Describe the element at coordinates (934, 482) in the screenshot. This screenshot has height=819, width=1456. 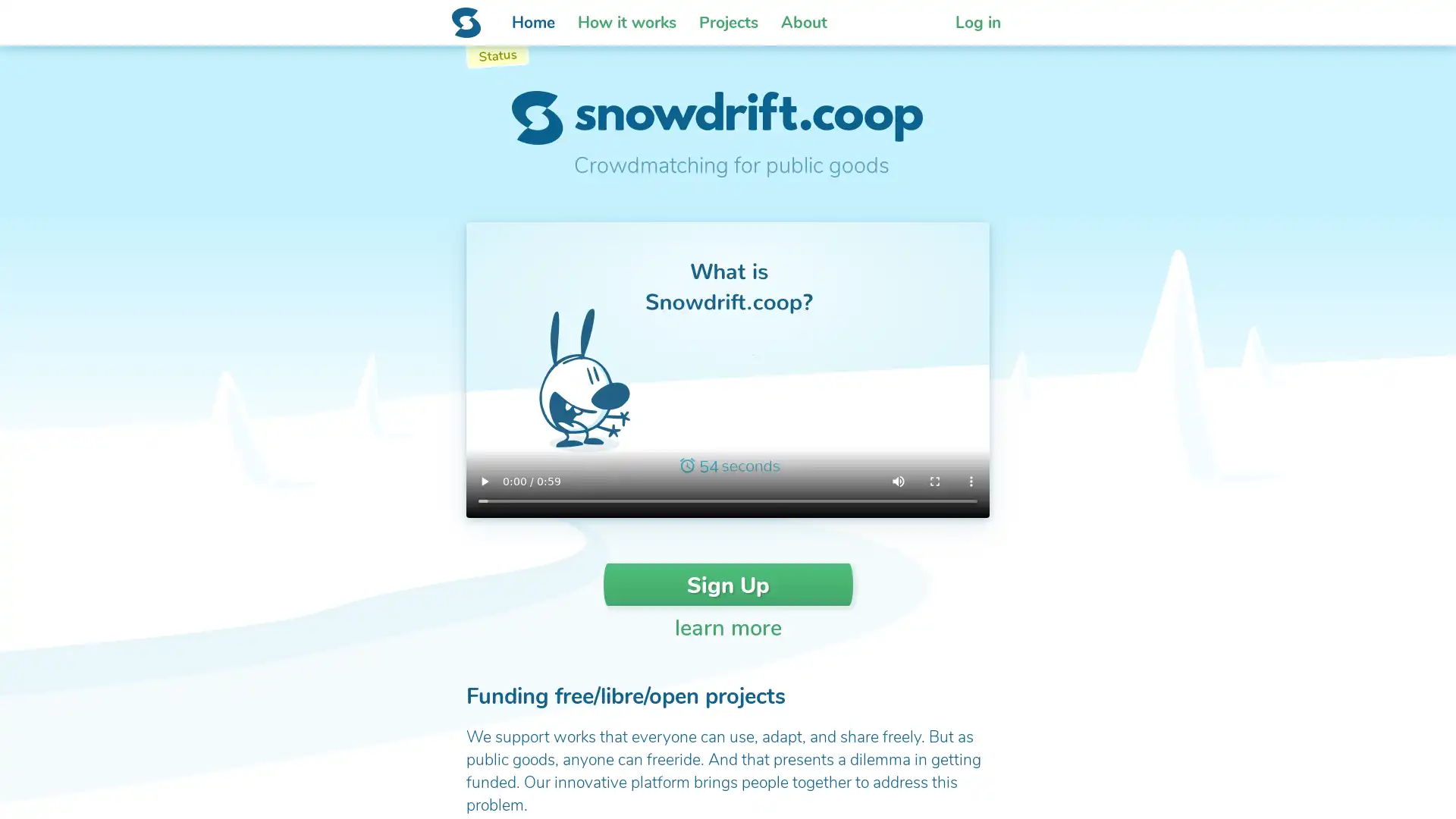
I see `enter full screen` at that location.